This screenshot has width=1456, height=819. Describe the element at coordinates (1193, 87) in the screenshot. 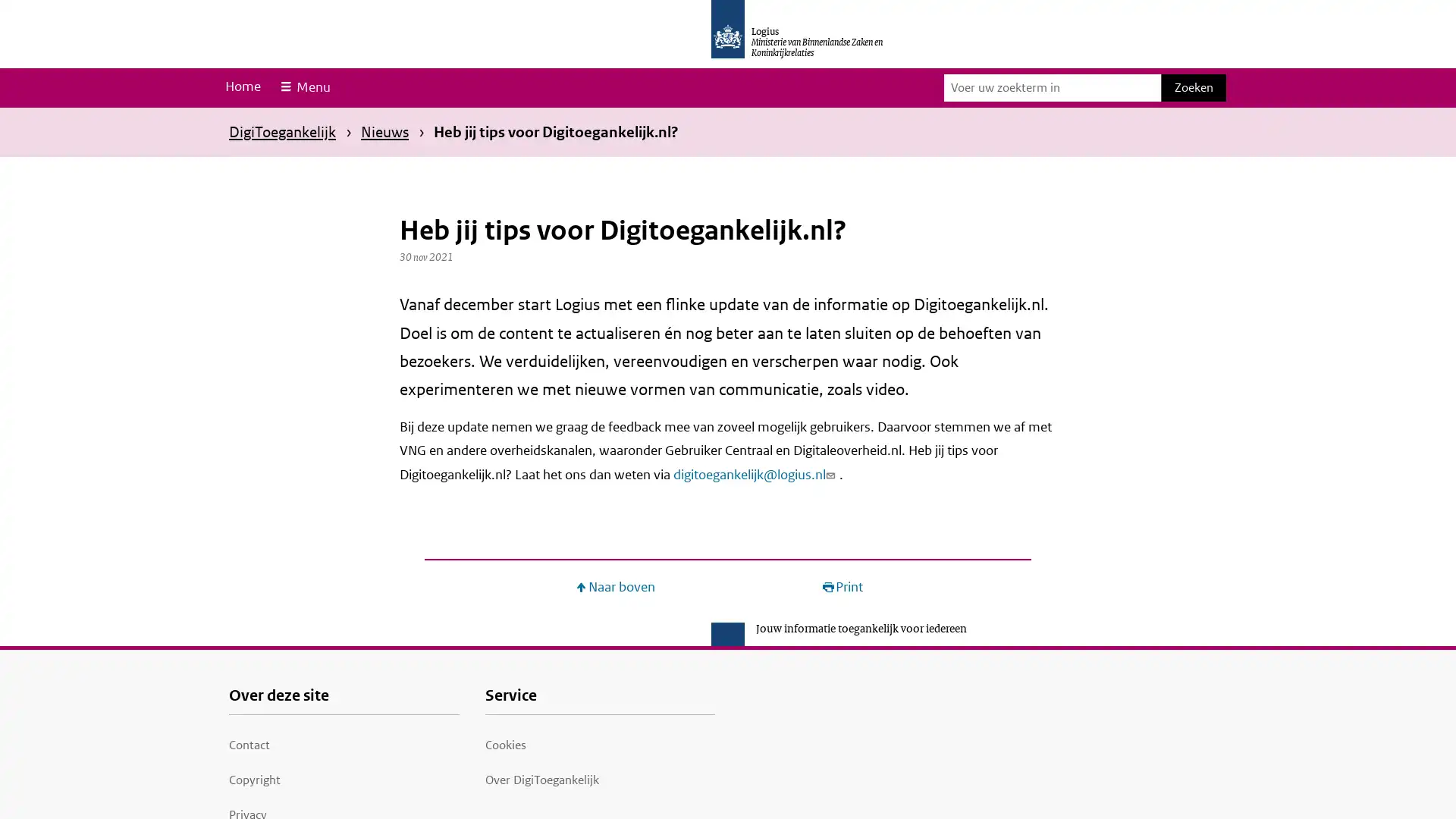

I see `Zoeken` at that location.